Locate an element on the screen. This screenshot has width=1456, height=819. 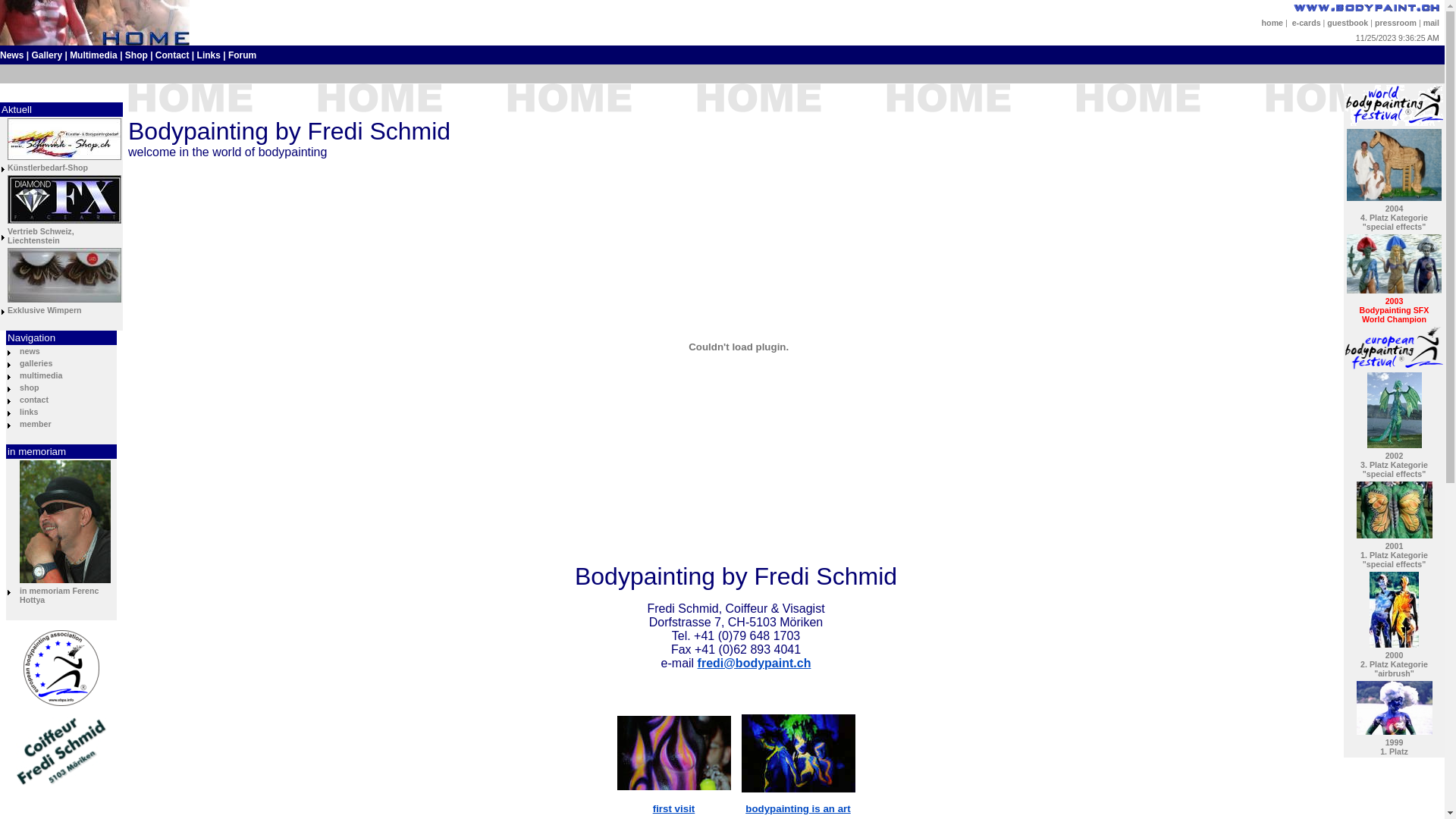
'fredi@bodypaint.ch' is located at coordinates (754, 662).